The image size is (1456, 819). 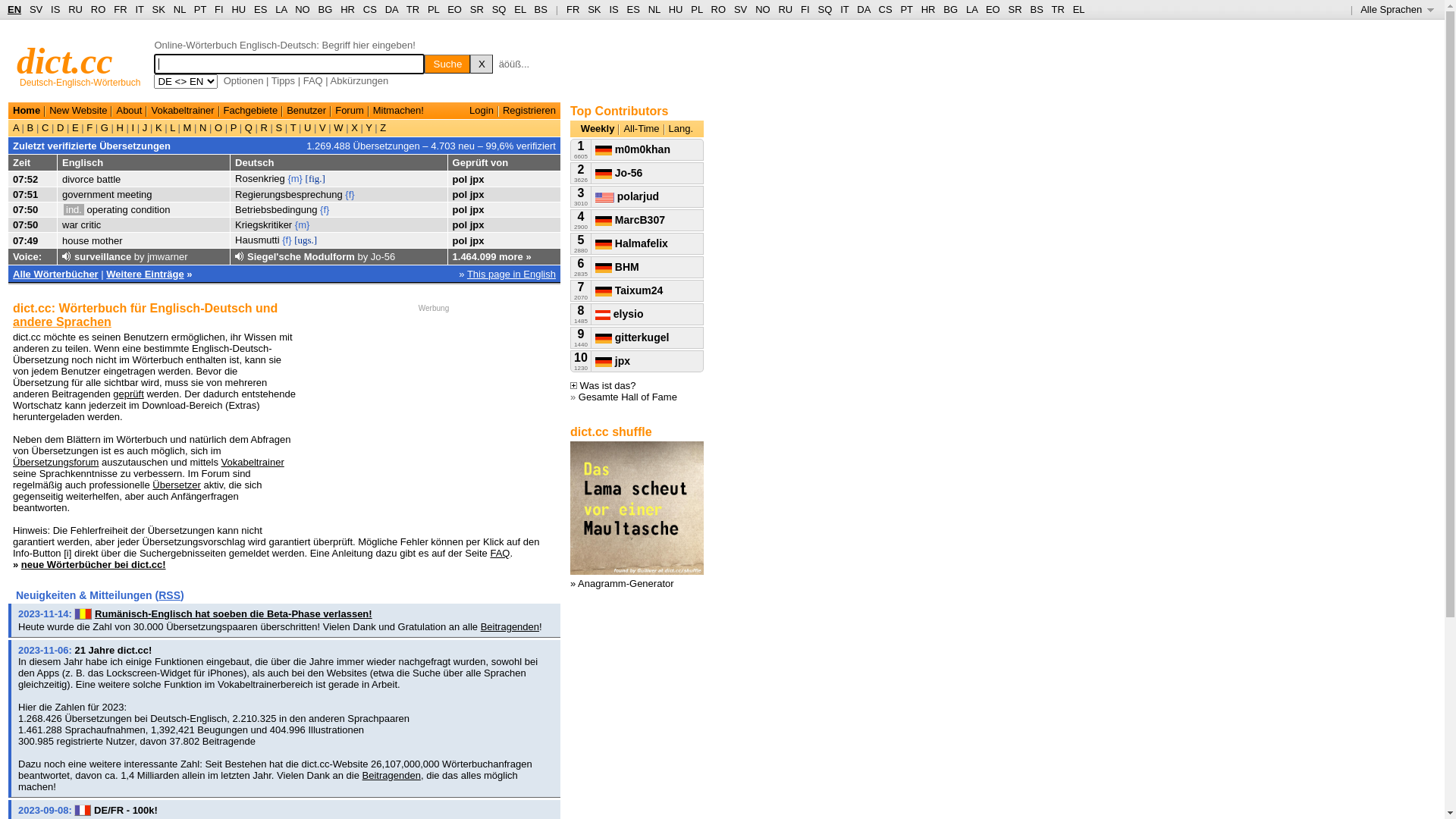 I want to click on 'elysio', so click(x=619, y=312).